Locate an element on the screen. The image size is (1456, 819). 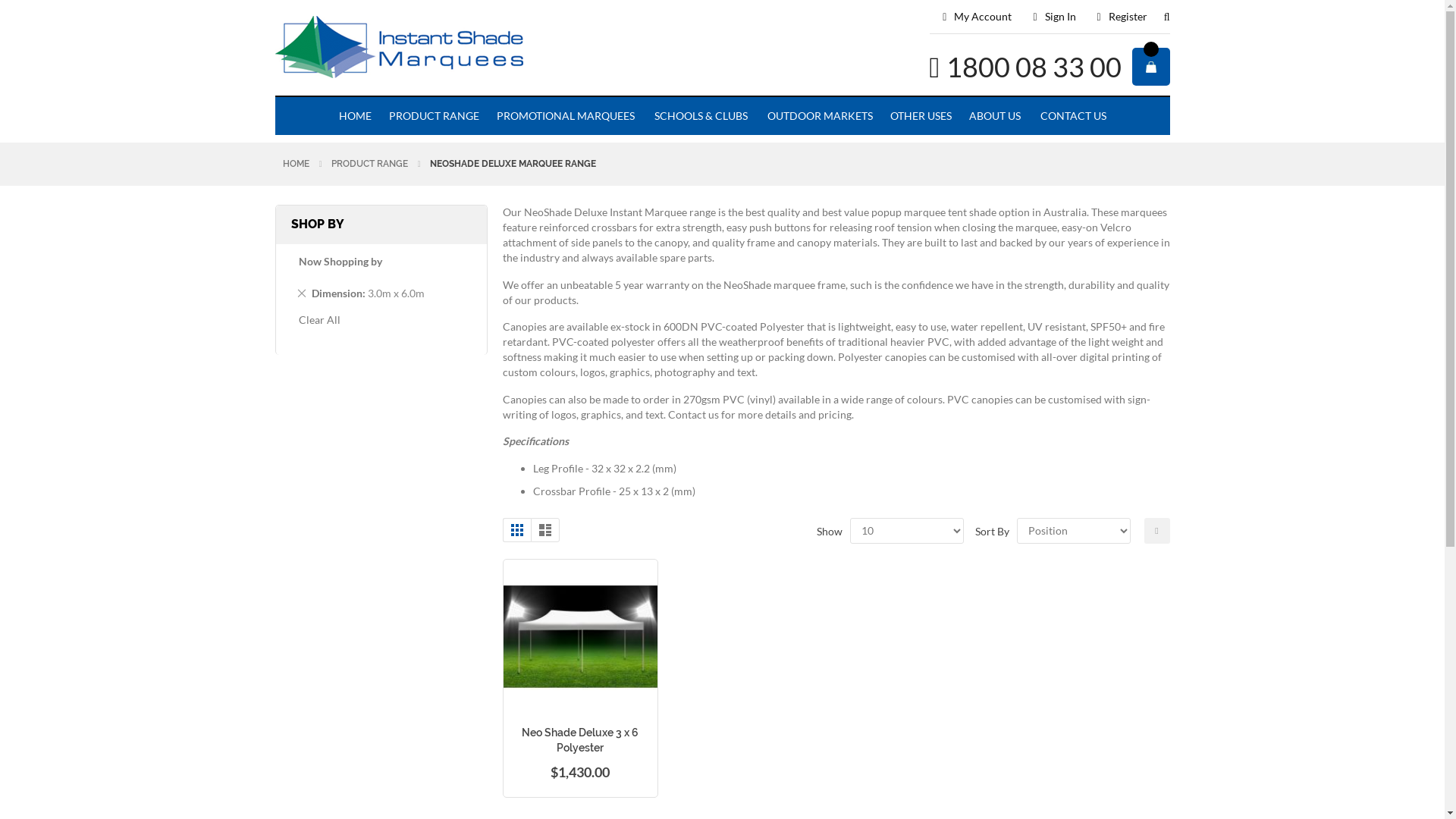
'List' is located at coordinates (531, 529).